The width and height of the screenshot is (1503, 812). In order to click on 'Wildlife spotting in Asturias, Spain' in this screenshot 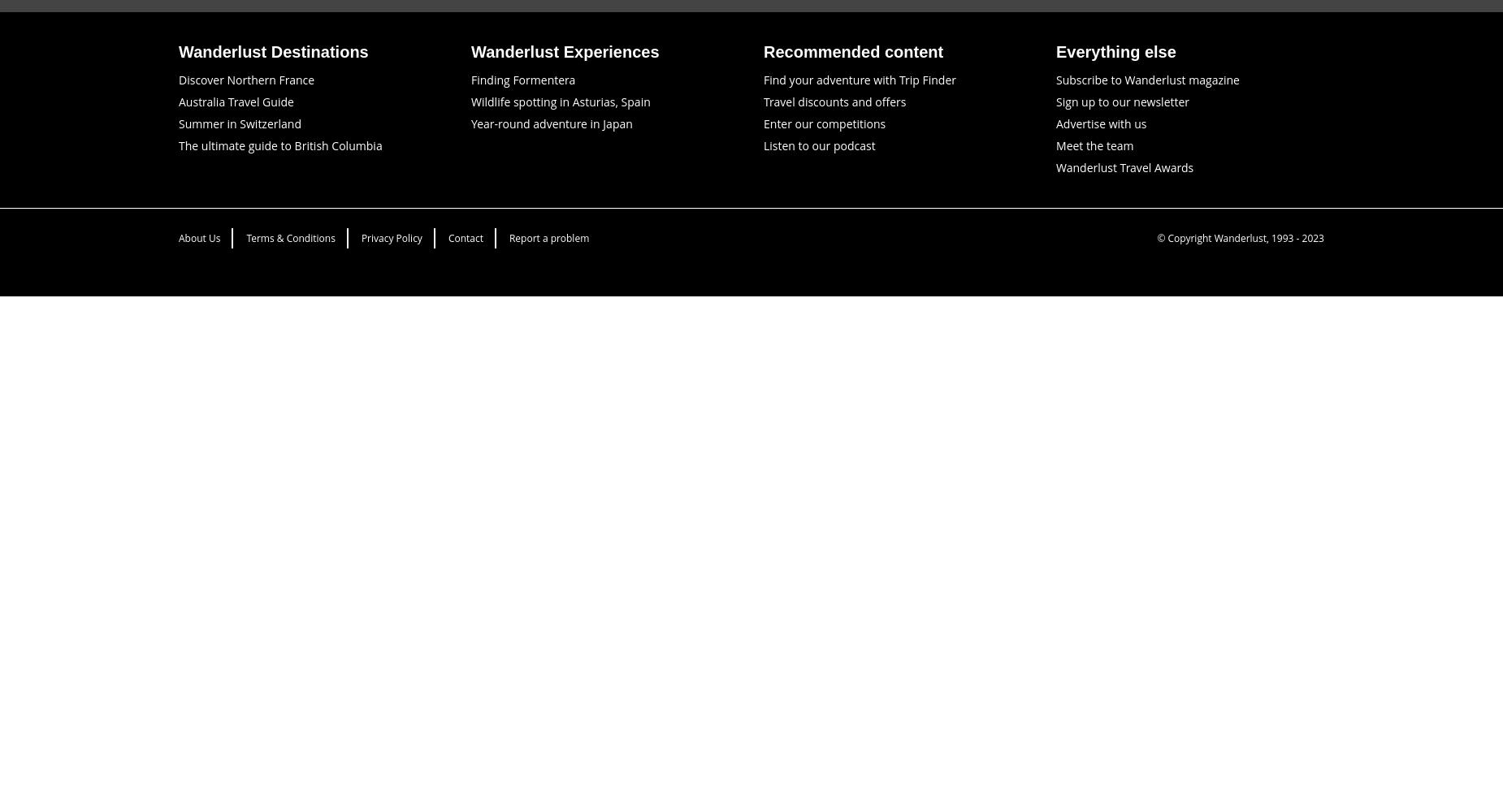, I will do `click(561, 100)`.